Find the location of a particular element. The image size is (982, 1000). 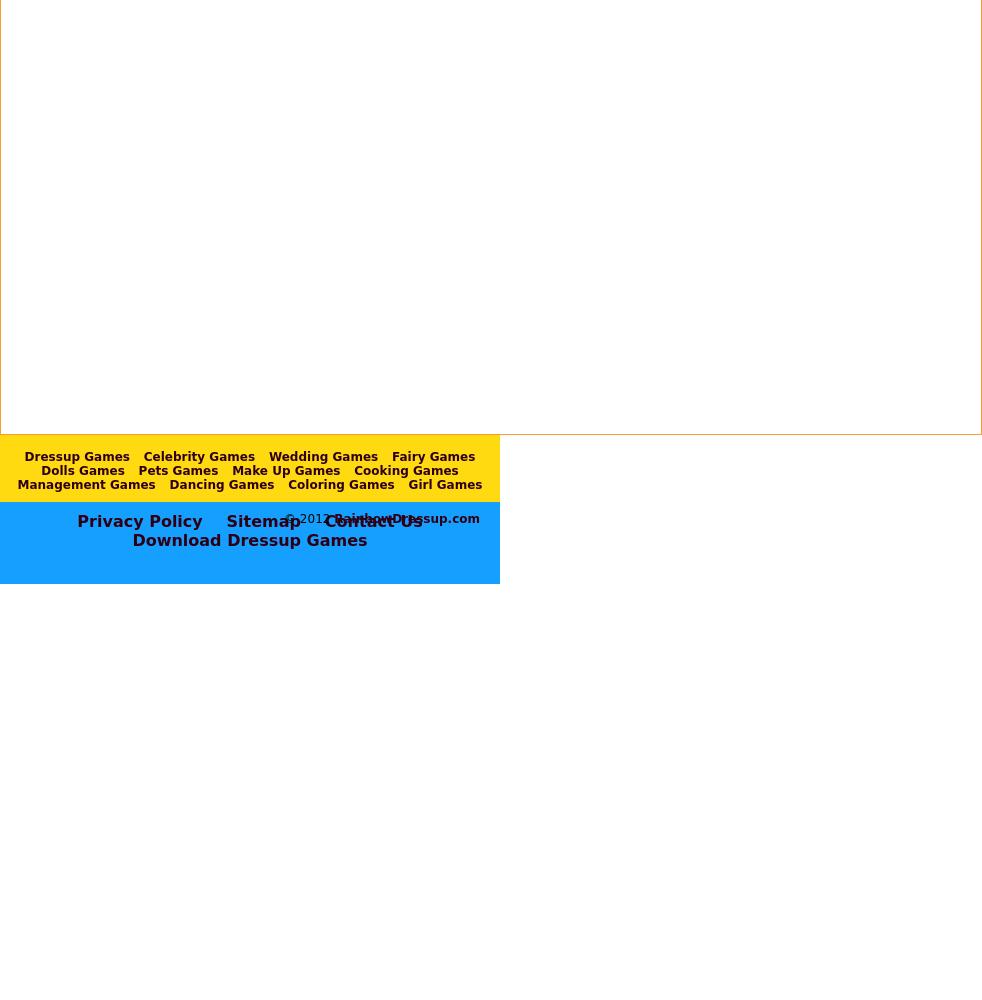

'Cooking Games' is located at coordinates (405, 469).